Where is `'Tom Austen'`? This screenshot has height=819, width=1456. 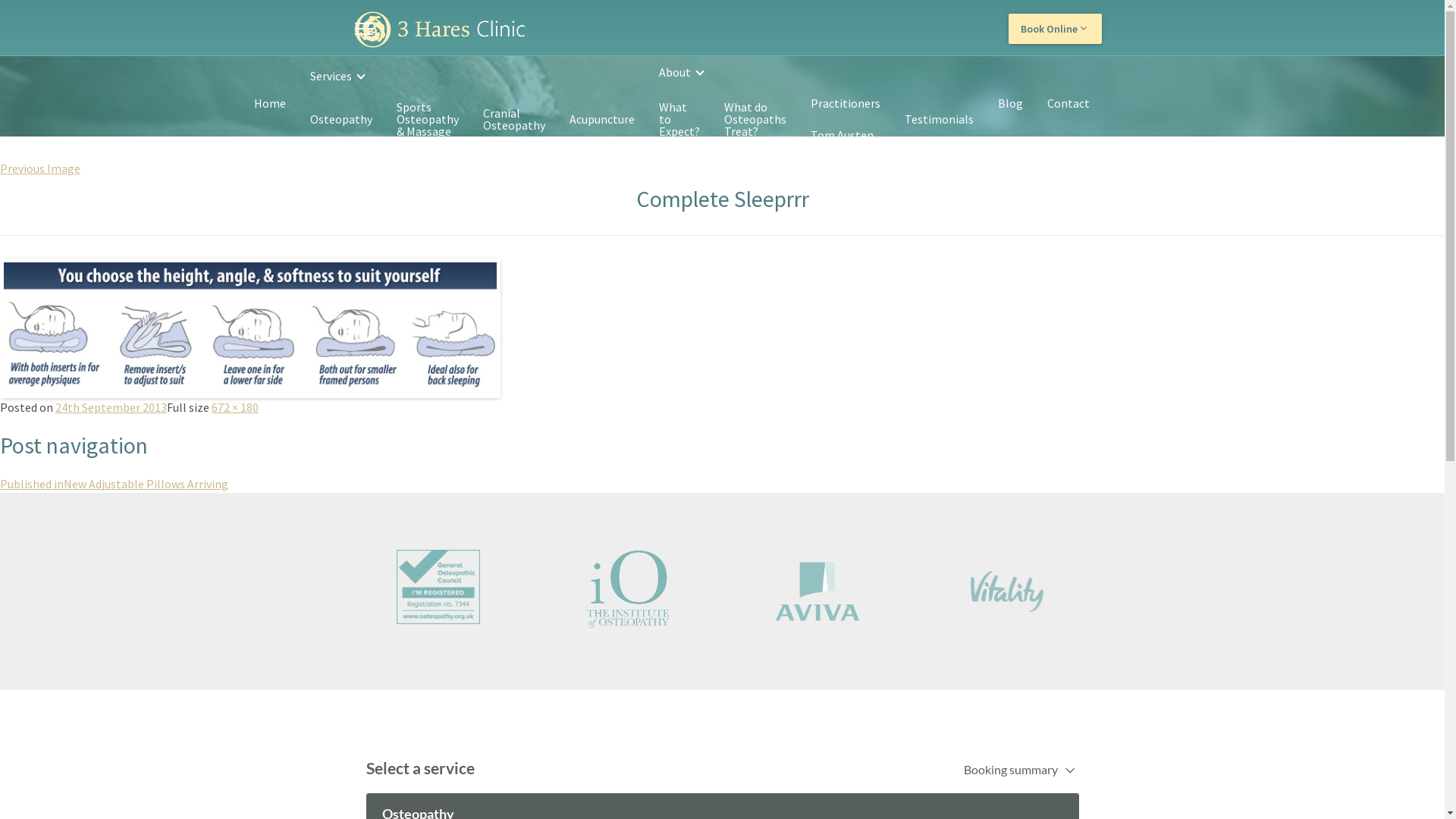
'Tom Austen' is located at coordinates (840, 133).